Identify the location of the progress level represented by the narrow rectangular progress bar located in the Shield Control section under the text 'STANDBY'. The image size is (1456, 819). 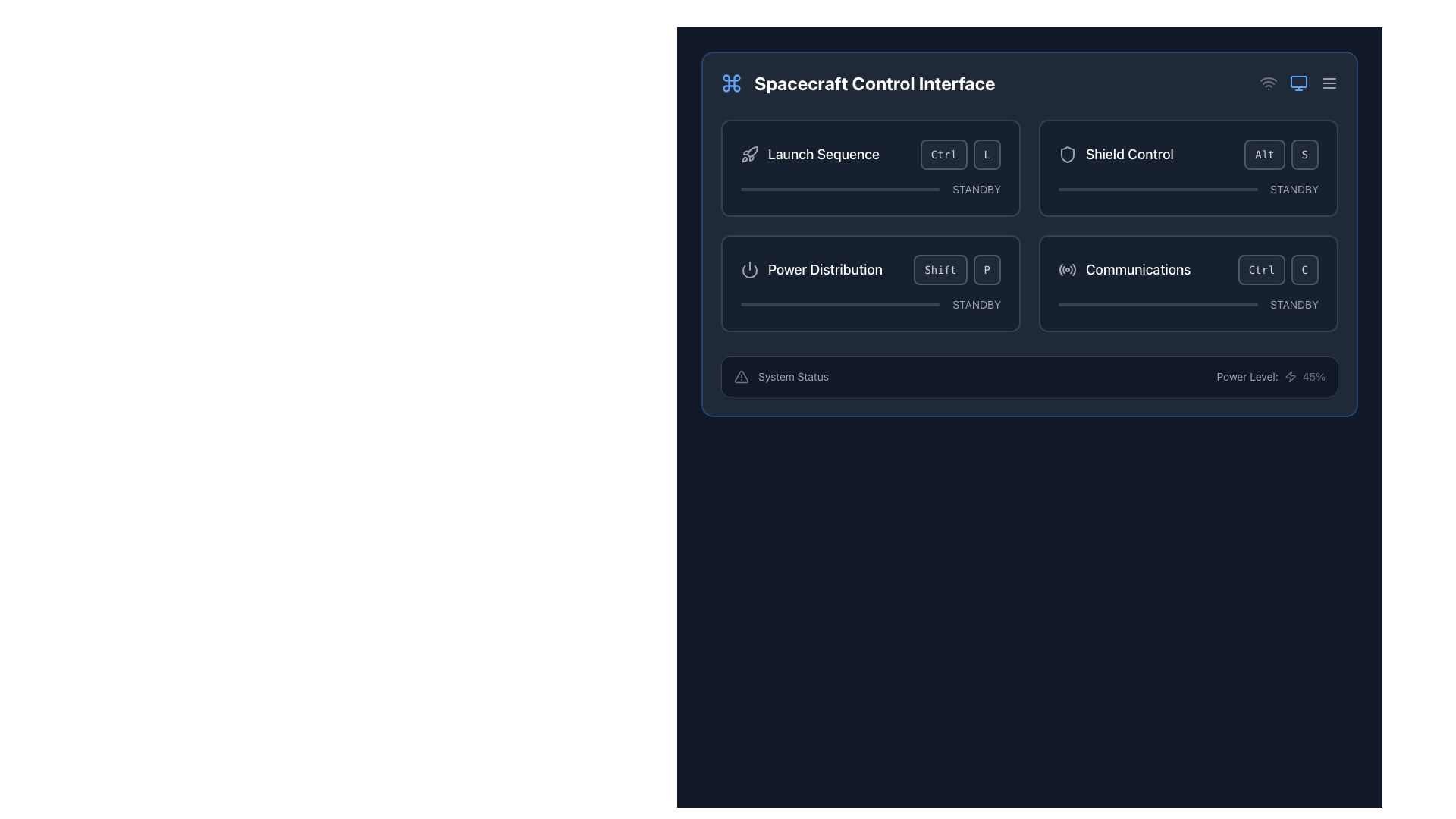
(1157, 189).